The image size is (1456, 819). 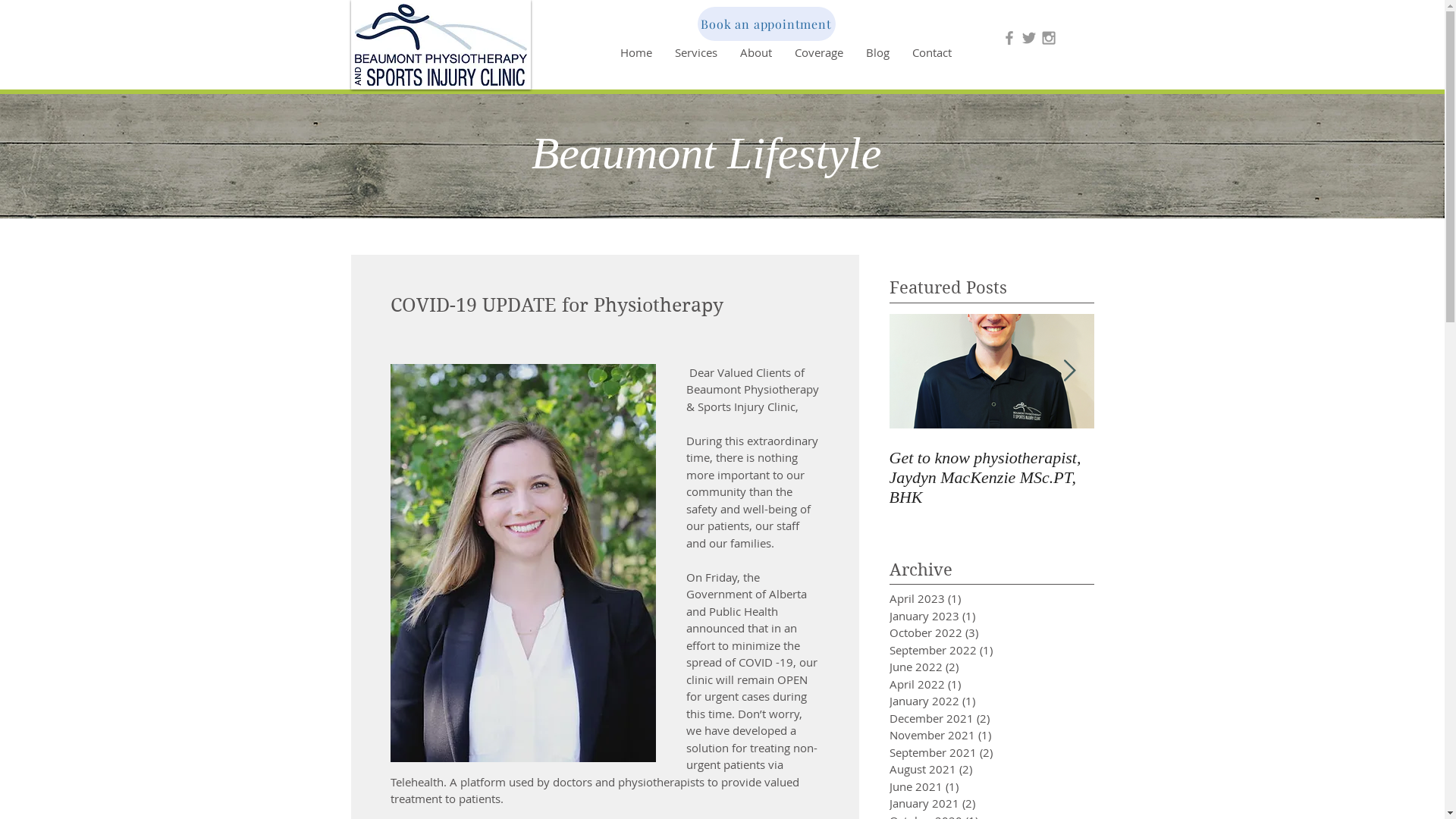 What do you see at coordinates (888, 684) in the screenshot?
I see `'April 2022 (1)'` at bounding box center [888, 684].